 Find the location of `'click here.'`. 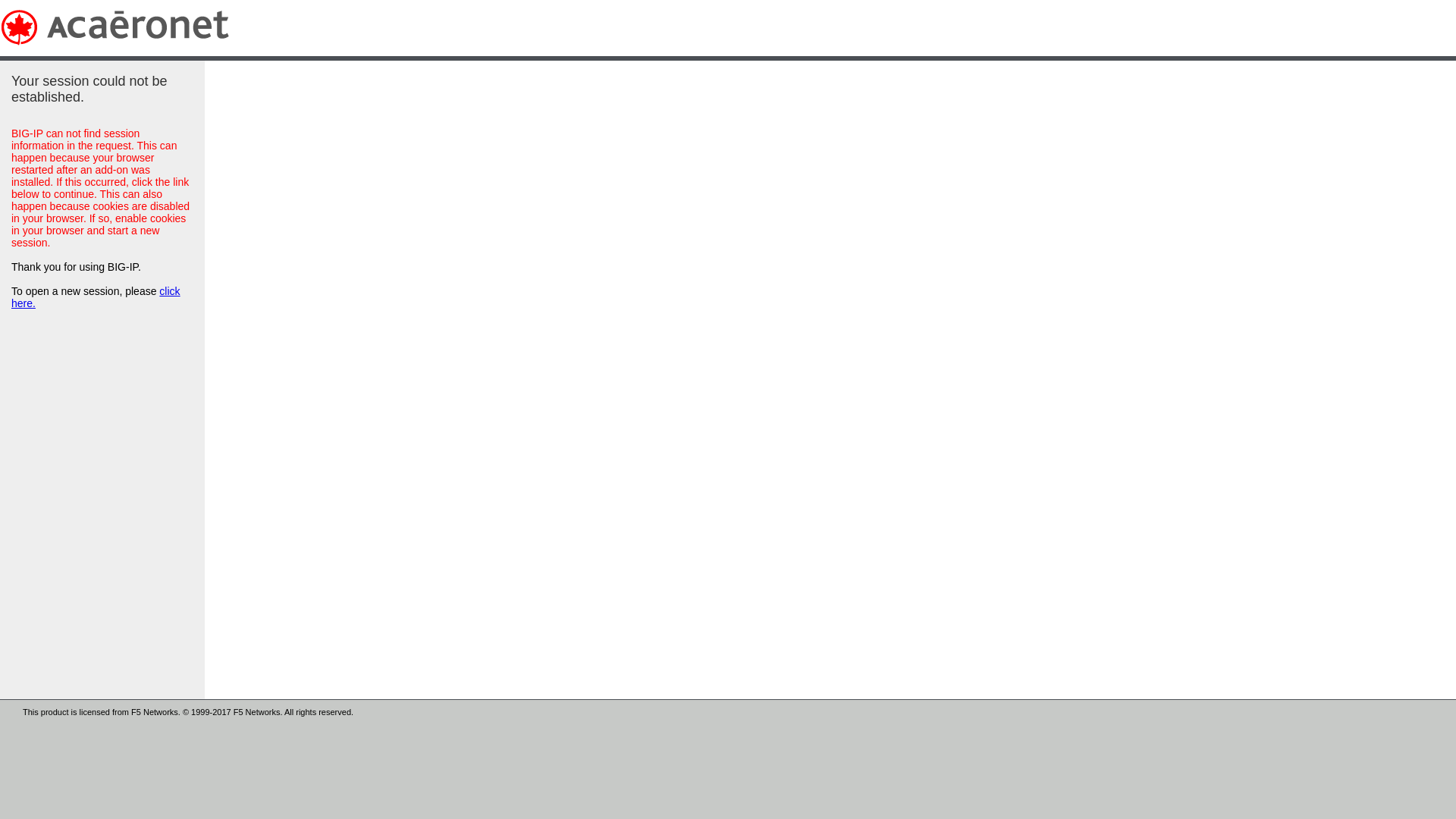

'click here.' is located at coordinates (95, 297).